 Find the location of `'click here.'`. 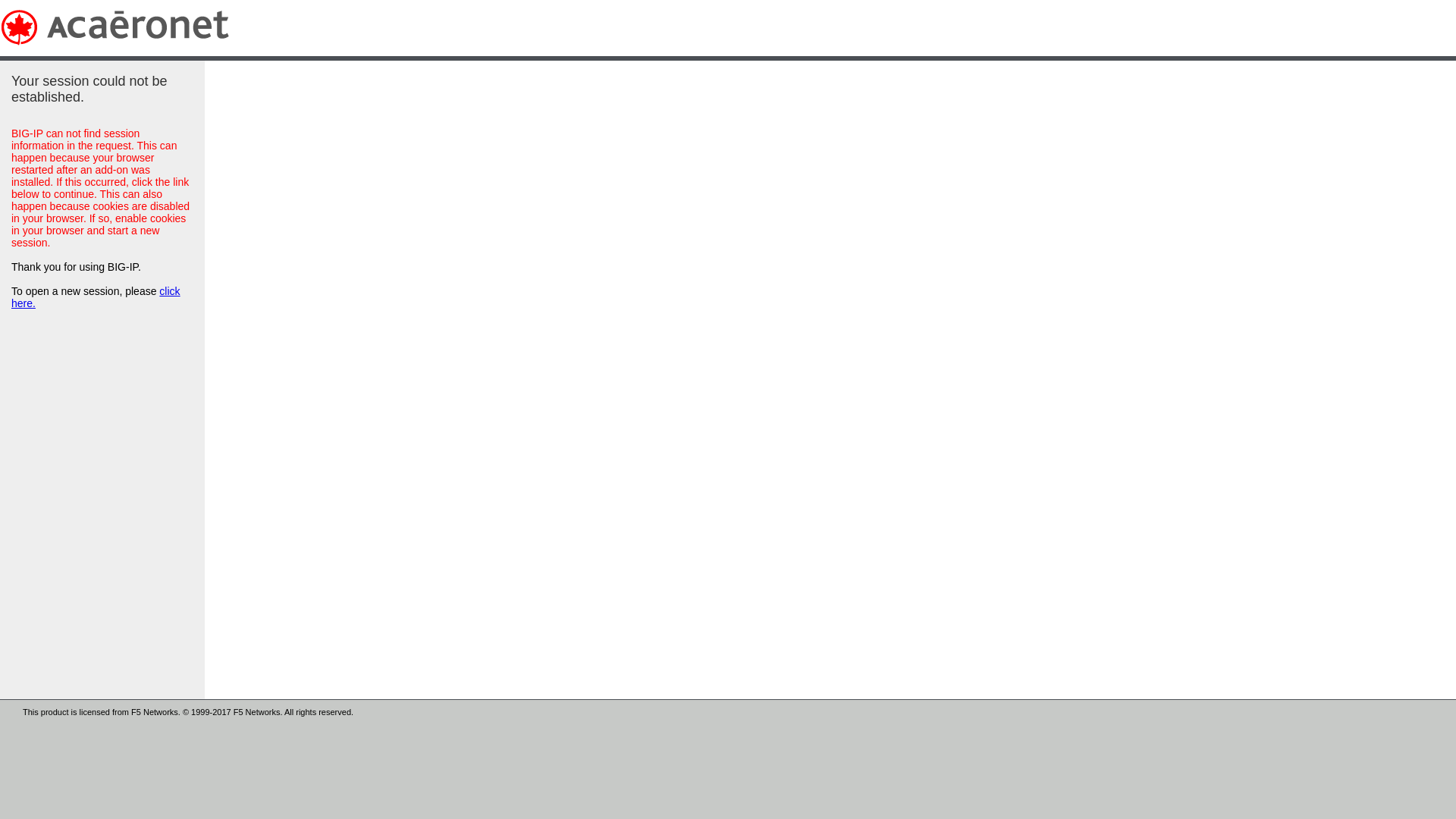

'click here.' is located at coordinates (95, 297).